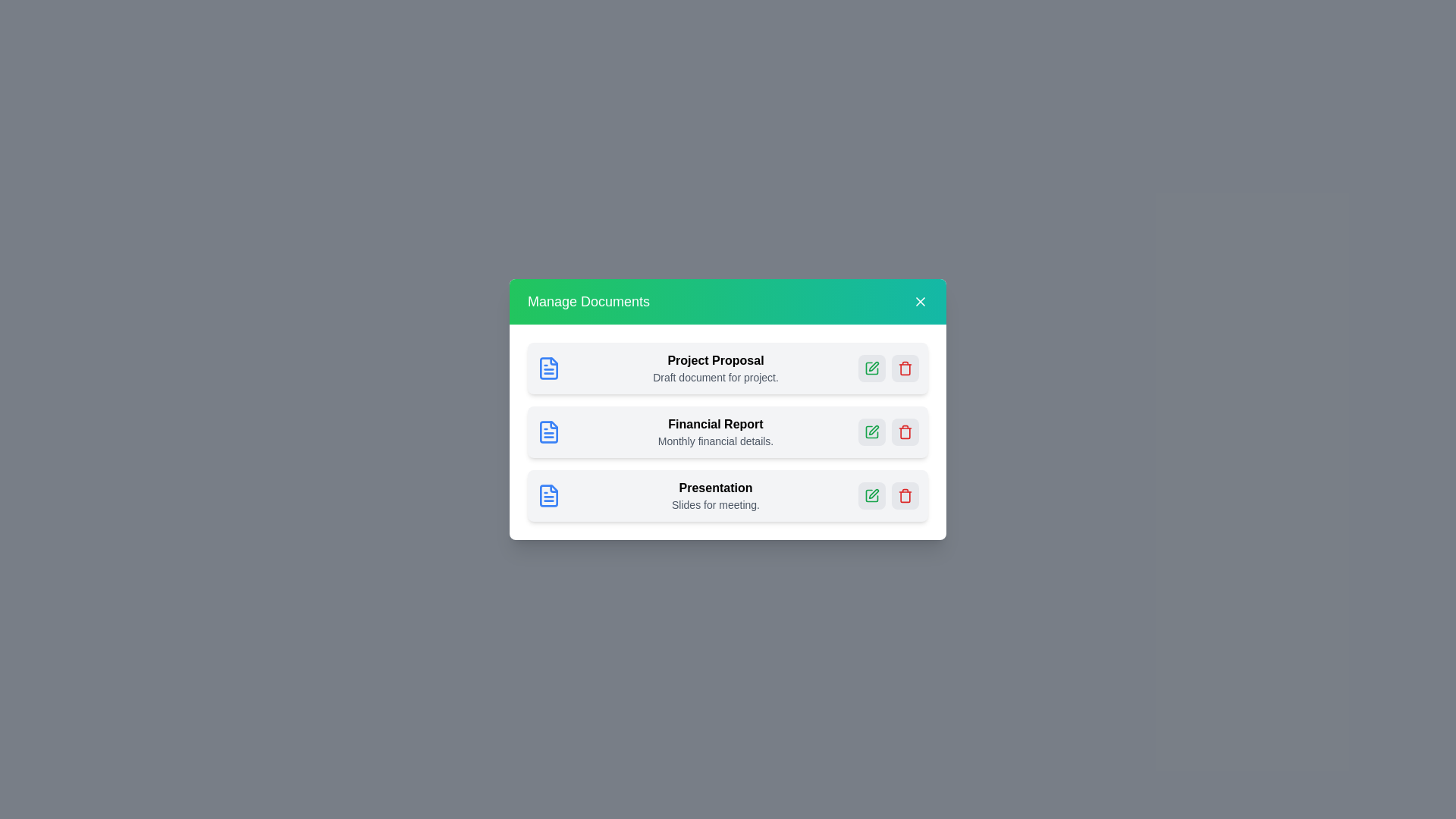 The width and height of the screenshot is (1456, 819). I want to click on edit button for the document named Financial Report, so click(872, 432).